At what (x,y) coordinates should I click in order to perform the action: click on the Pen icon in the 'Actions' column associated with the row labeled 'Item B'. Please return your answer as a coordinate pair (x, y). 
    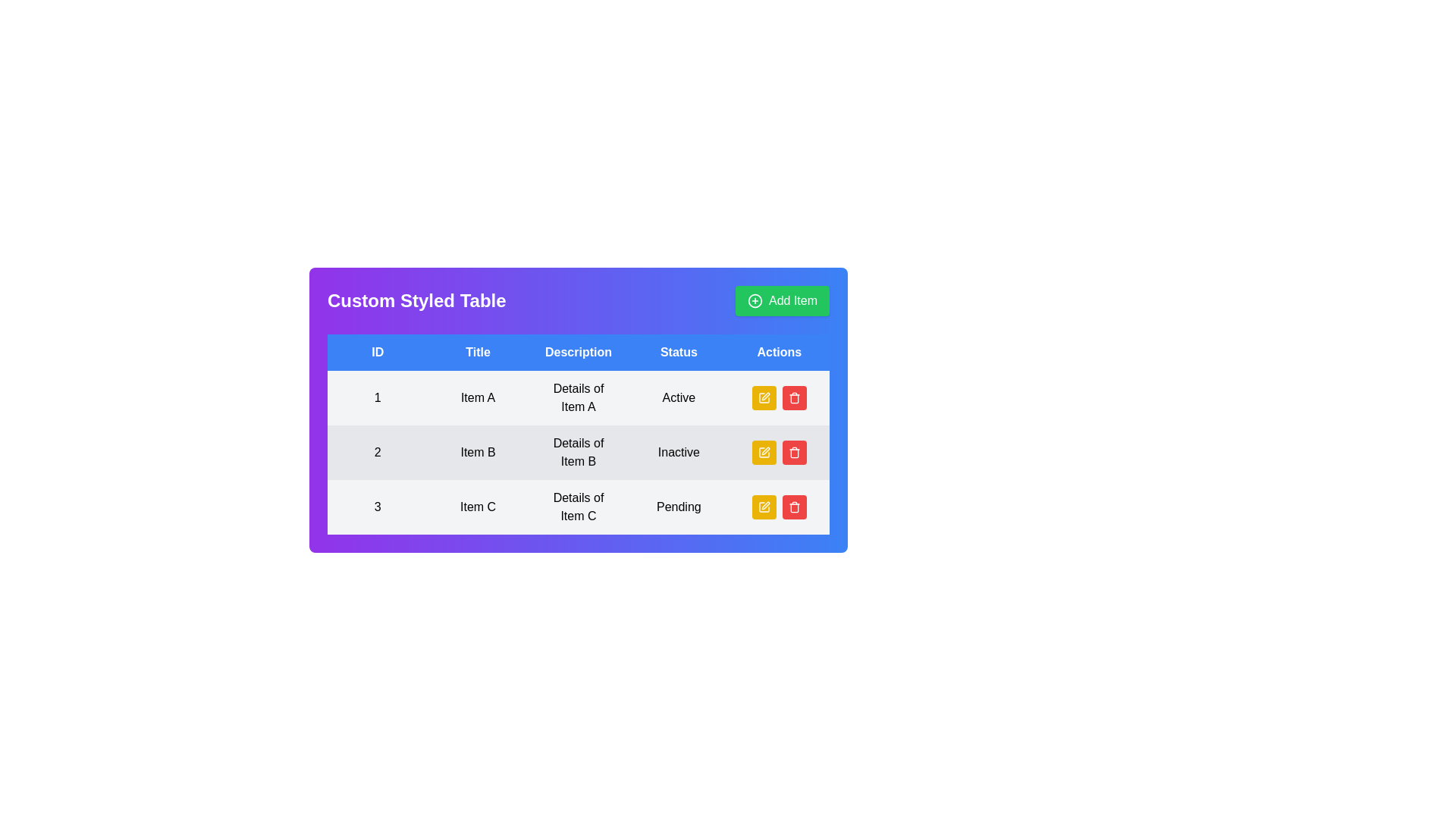
    Looking at the image, I should click on (765, 396).